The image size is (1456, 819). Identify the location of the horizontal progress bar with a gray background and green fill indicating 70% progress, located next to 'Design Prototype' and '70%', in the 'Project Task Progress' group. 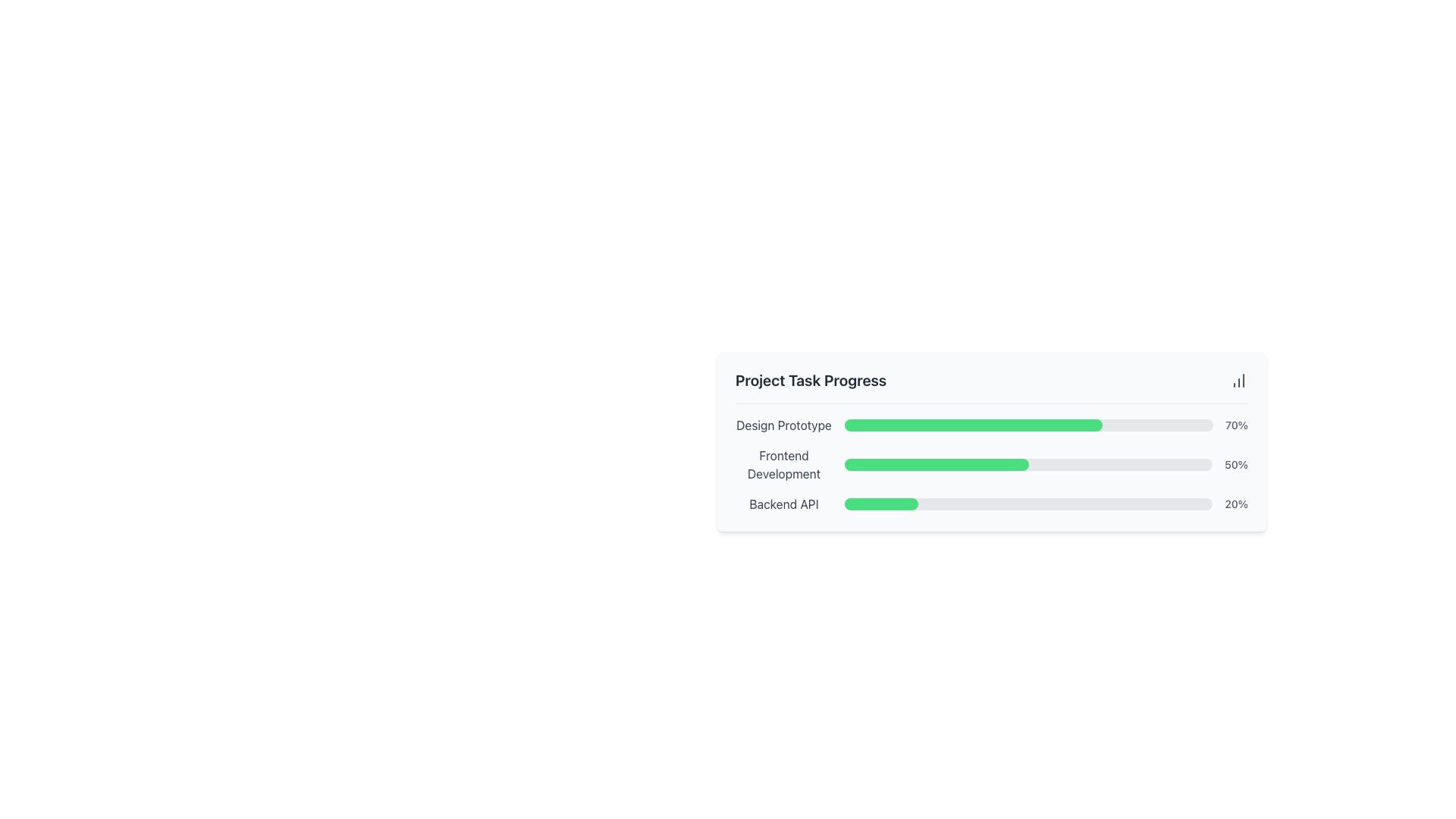
(1029, 425).